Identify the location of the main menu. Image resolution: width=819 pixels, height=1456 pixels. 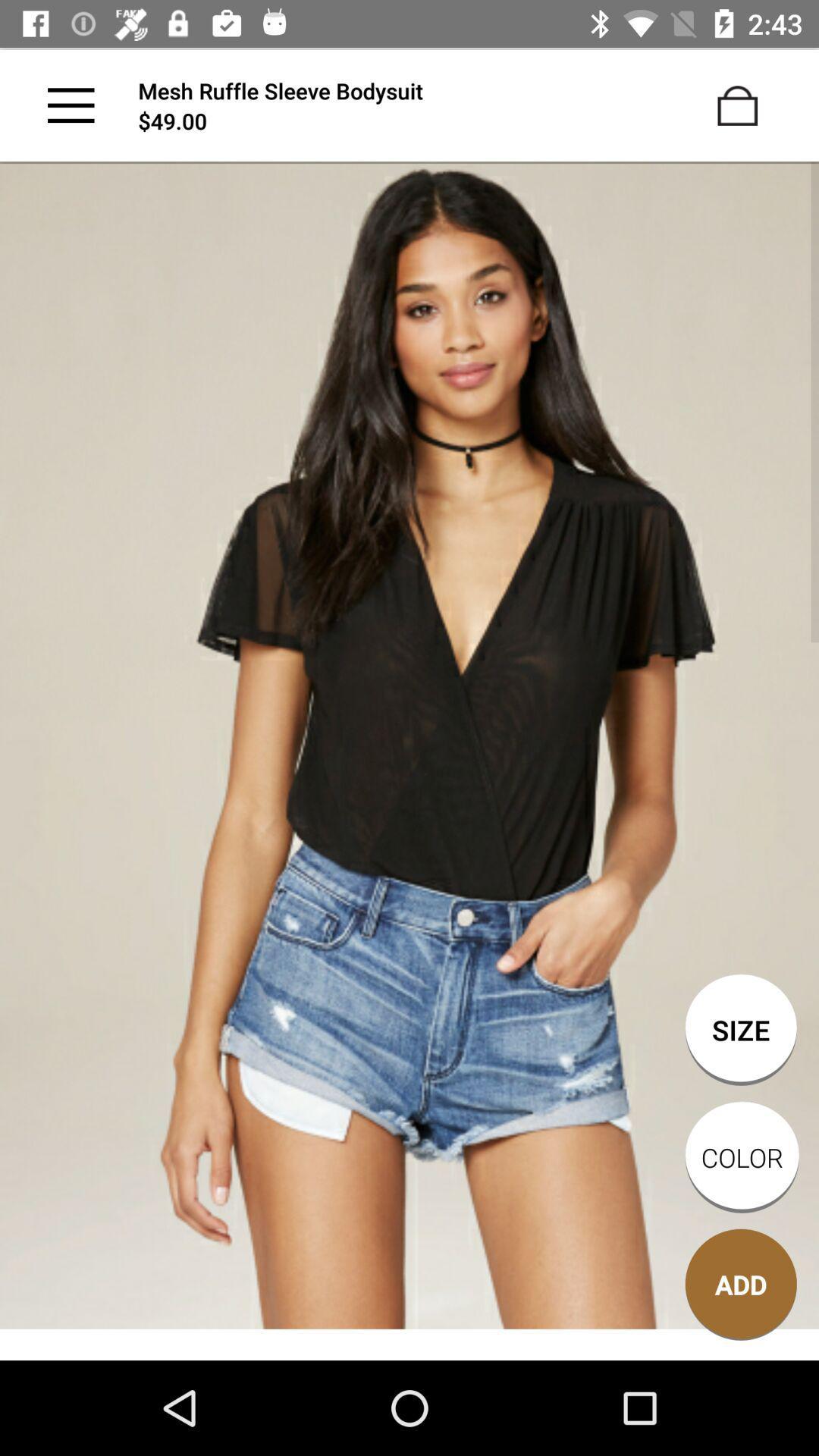
(71, 105).